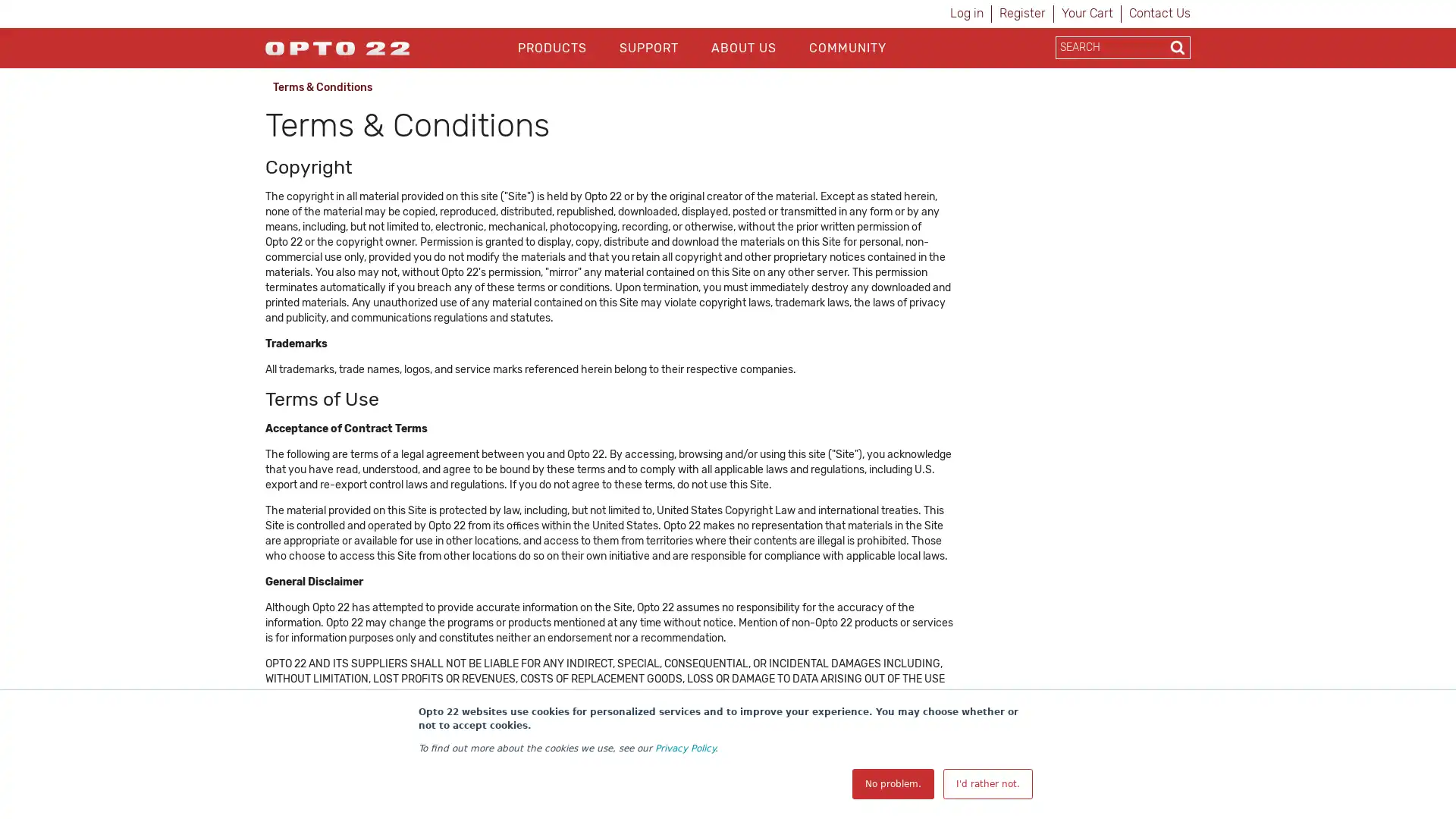  I want to click on I'd rather not., so click(987, 783).